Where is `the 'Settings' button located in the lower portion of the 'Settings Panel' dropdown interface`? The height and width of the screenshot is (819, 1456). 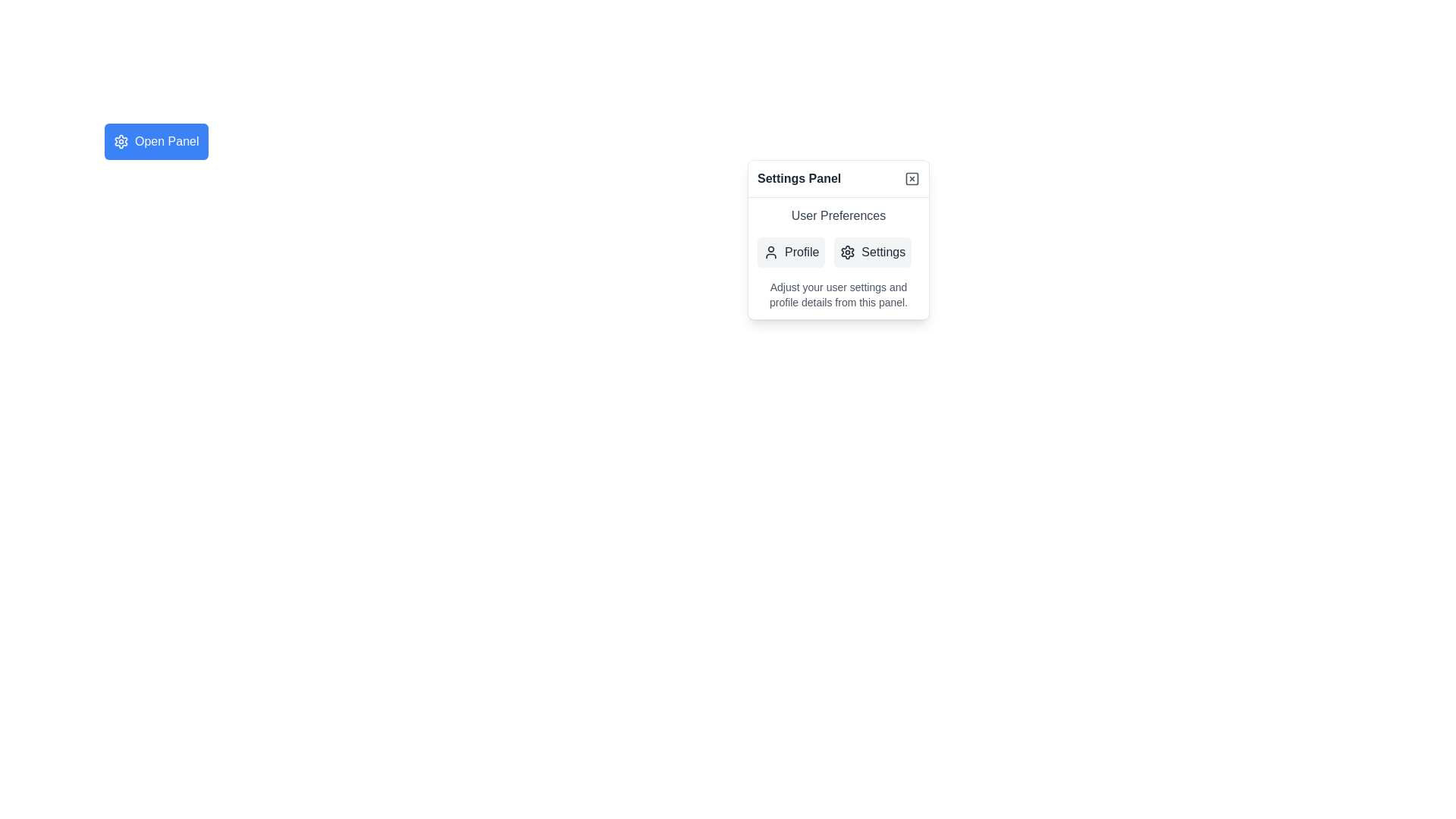
the 'Settings' button located in the lower portion of the 'Settings Panel' dropdown interface is located at coordinates (837, 257).